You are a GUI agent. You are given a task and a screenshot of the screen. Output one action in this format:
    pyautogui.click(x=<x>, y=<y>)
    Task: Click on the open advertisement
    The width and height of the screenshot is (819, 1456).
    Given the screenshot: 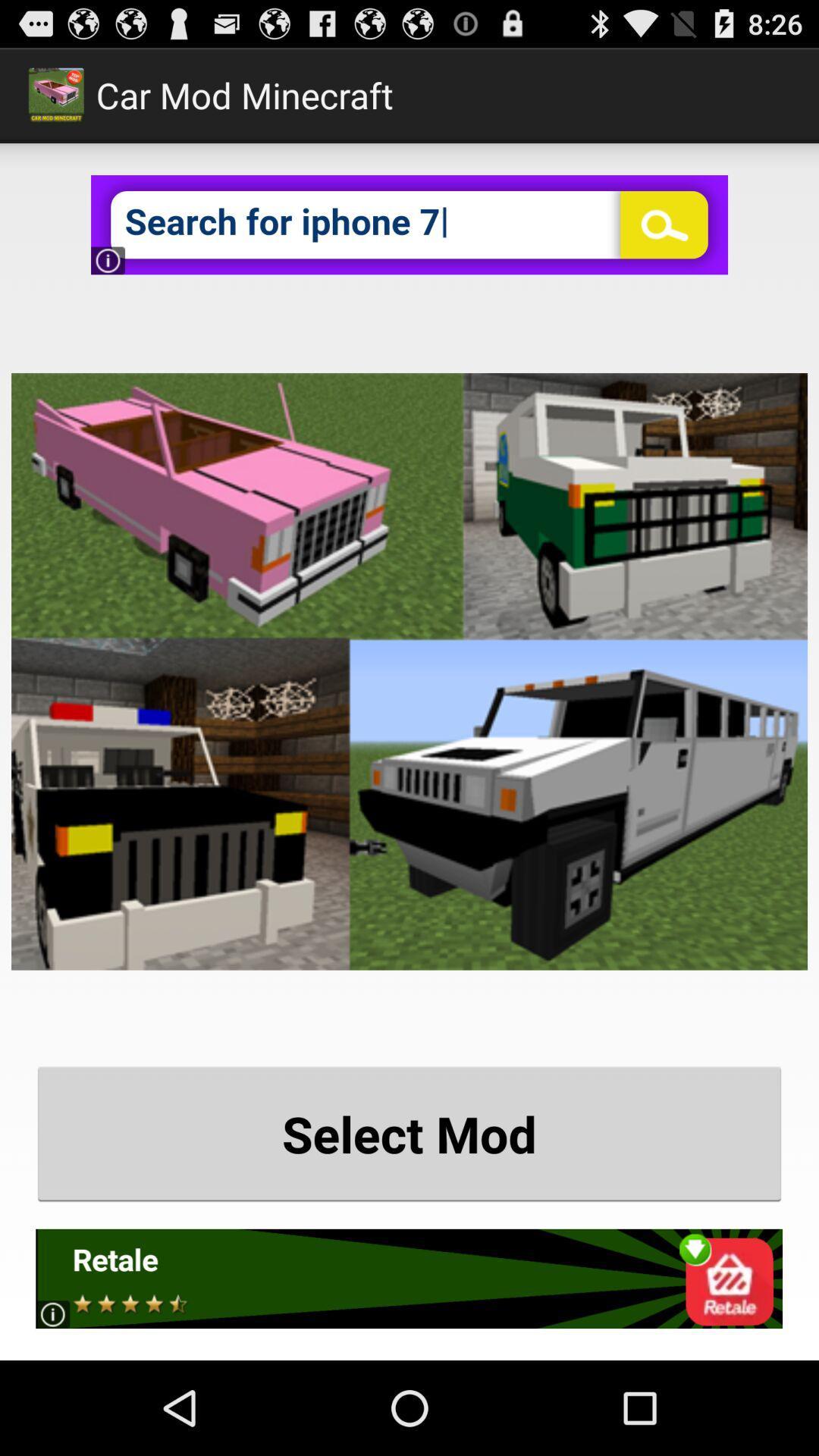 What is the action you would take?
    pyautogui.click(x=408, y=1278)
    